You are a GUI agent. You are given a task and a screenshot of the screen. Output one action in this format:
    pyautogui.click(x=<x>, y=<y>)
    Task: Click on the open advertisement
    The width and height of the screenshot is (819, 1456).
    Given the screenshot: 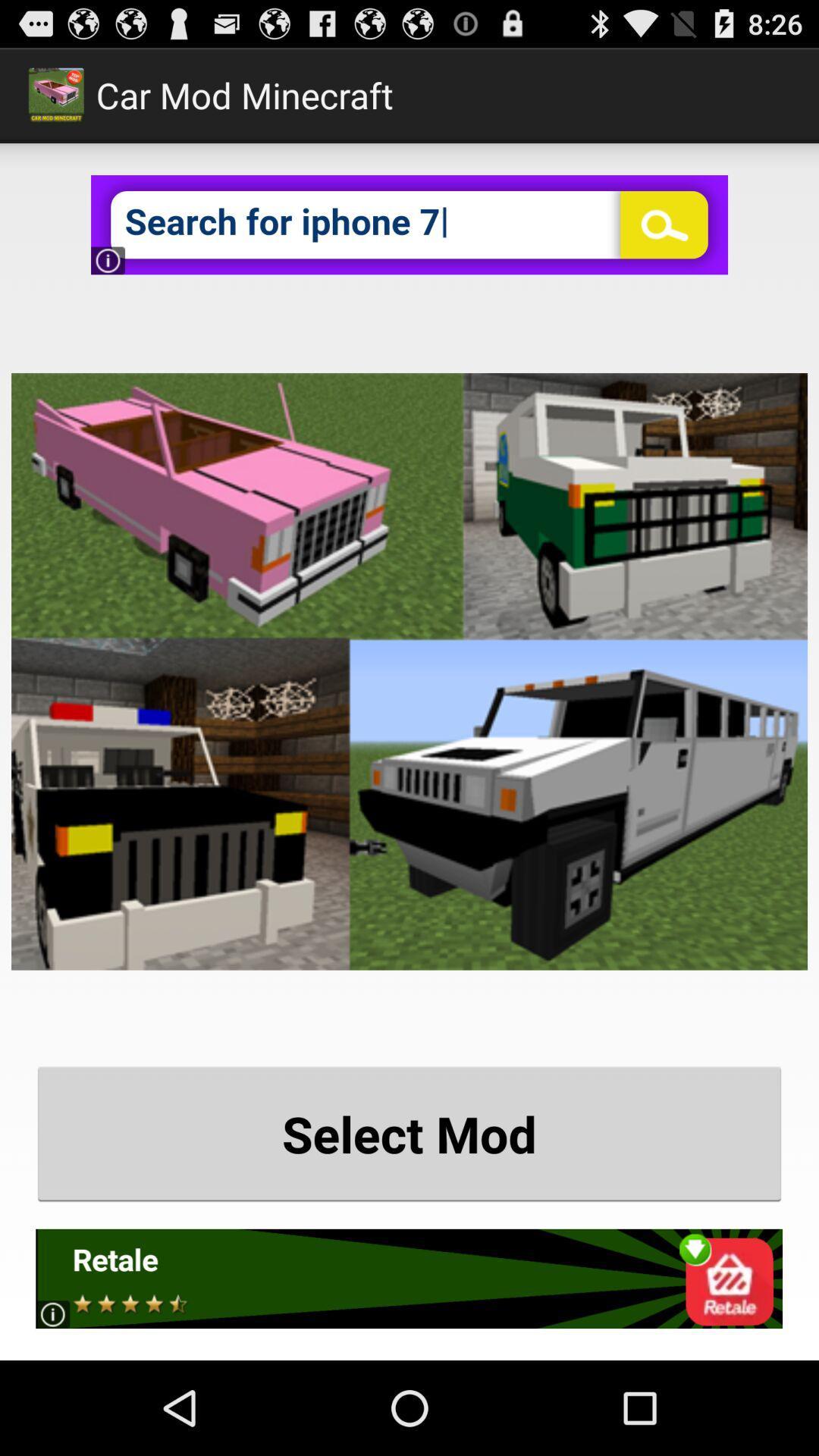 What is the action you would take?
    pyautogui.click(x=408, y=1278)
    